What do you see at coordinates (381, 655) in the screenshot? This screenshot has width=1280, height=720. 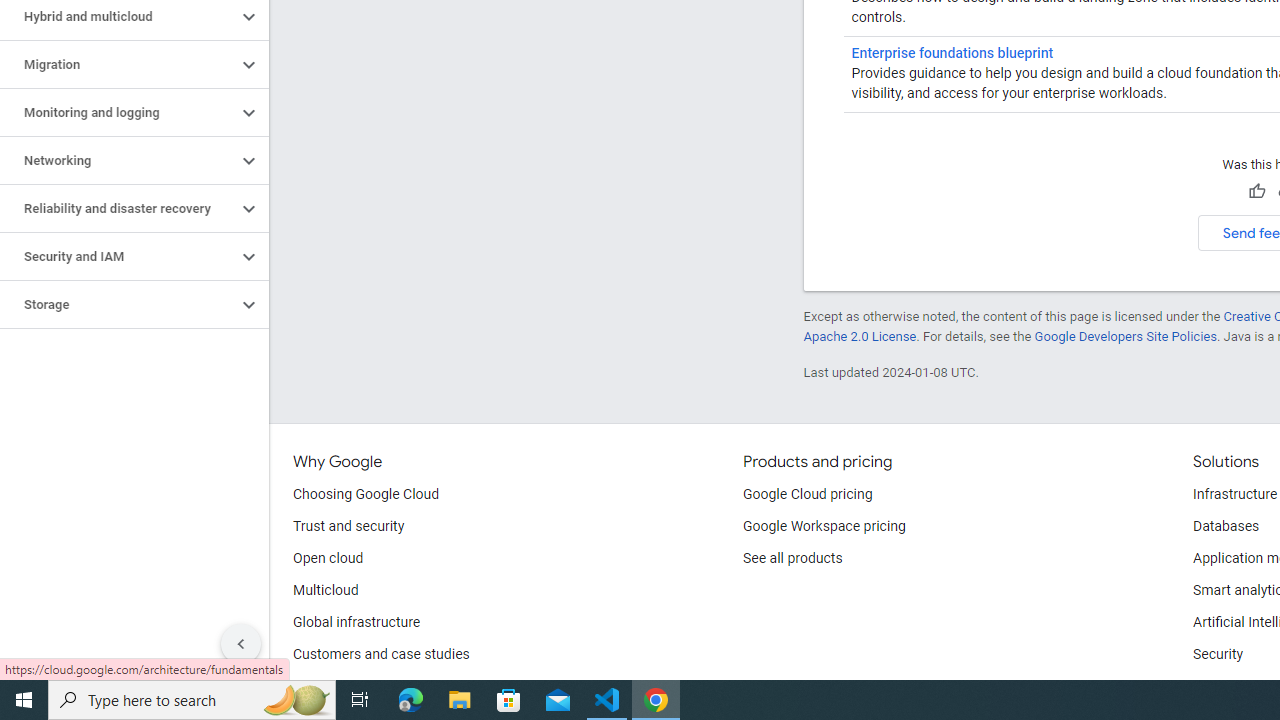 I see `'Customers and case studies'` at bounding box center [381, 655].